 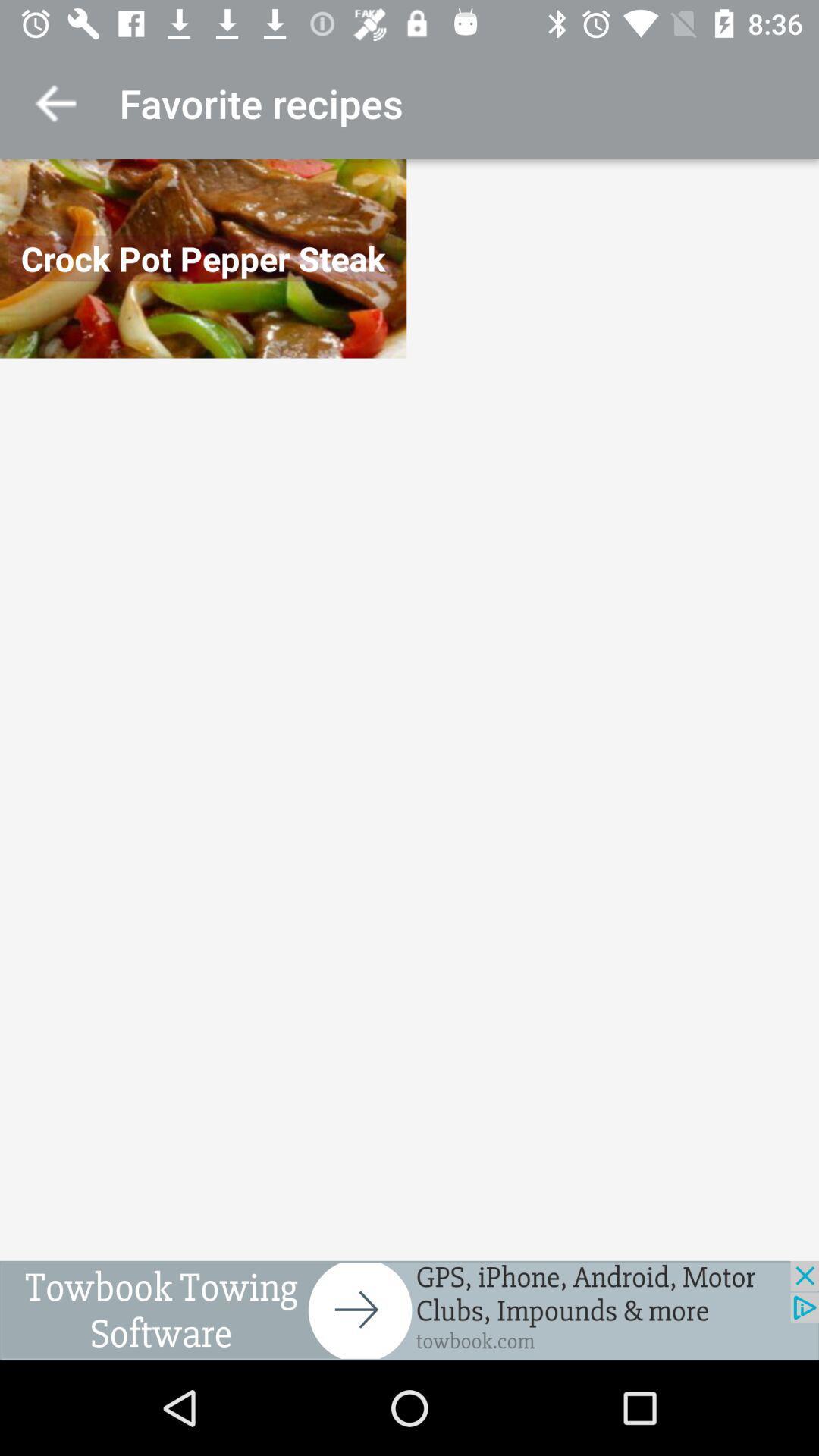 What do you see at coordinates (409, 1310) in the screenshot?
I see `open advertisement` at bounding box center [409, 1310].